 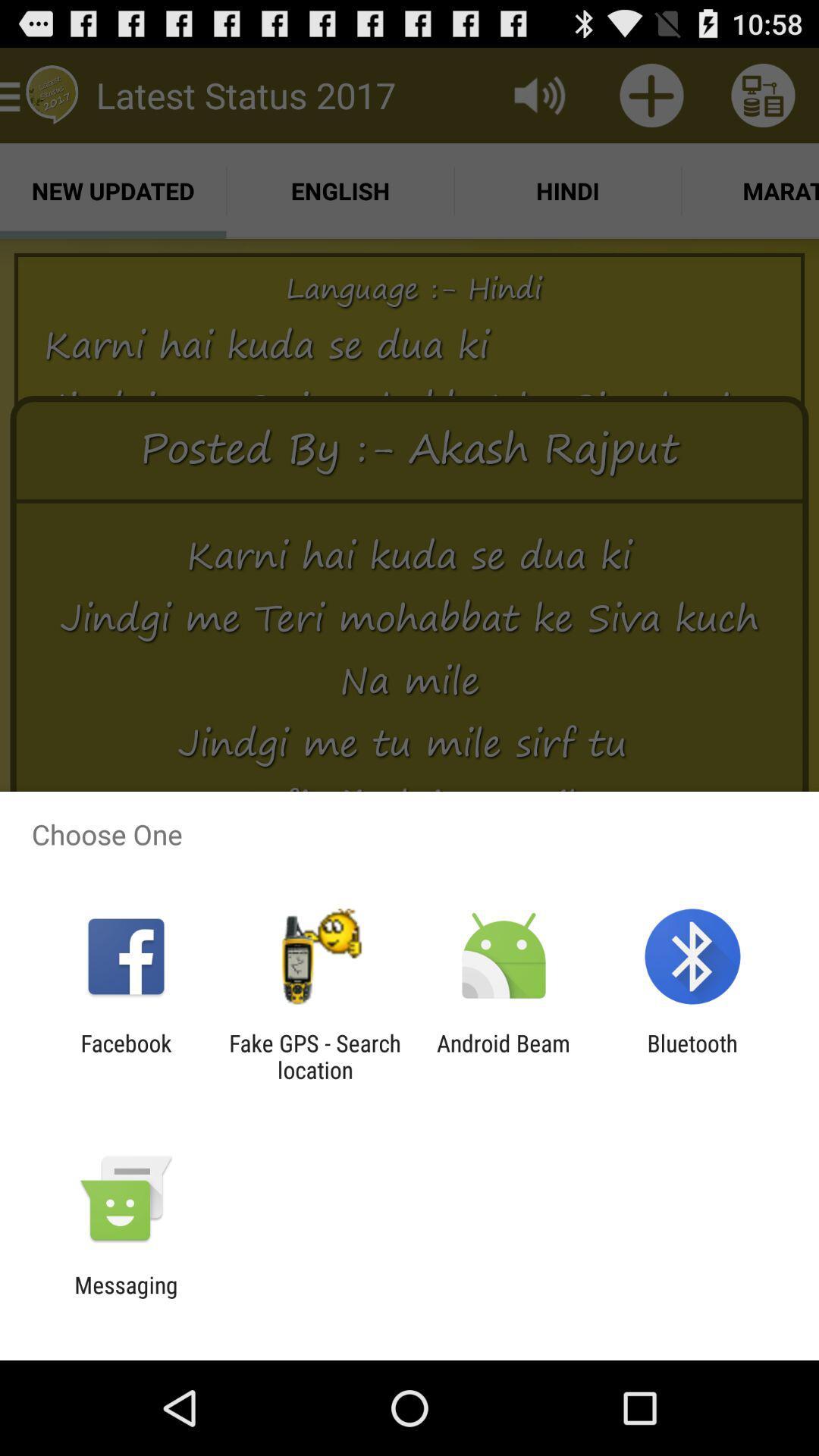 What do you see at coordinates (314, 1056) in the screenshot?
I see `fake gps search` at bounding box center [314, 1056].